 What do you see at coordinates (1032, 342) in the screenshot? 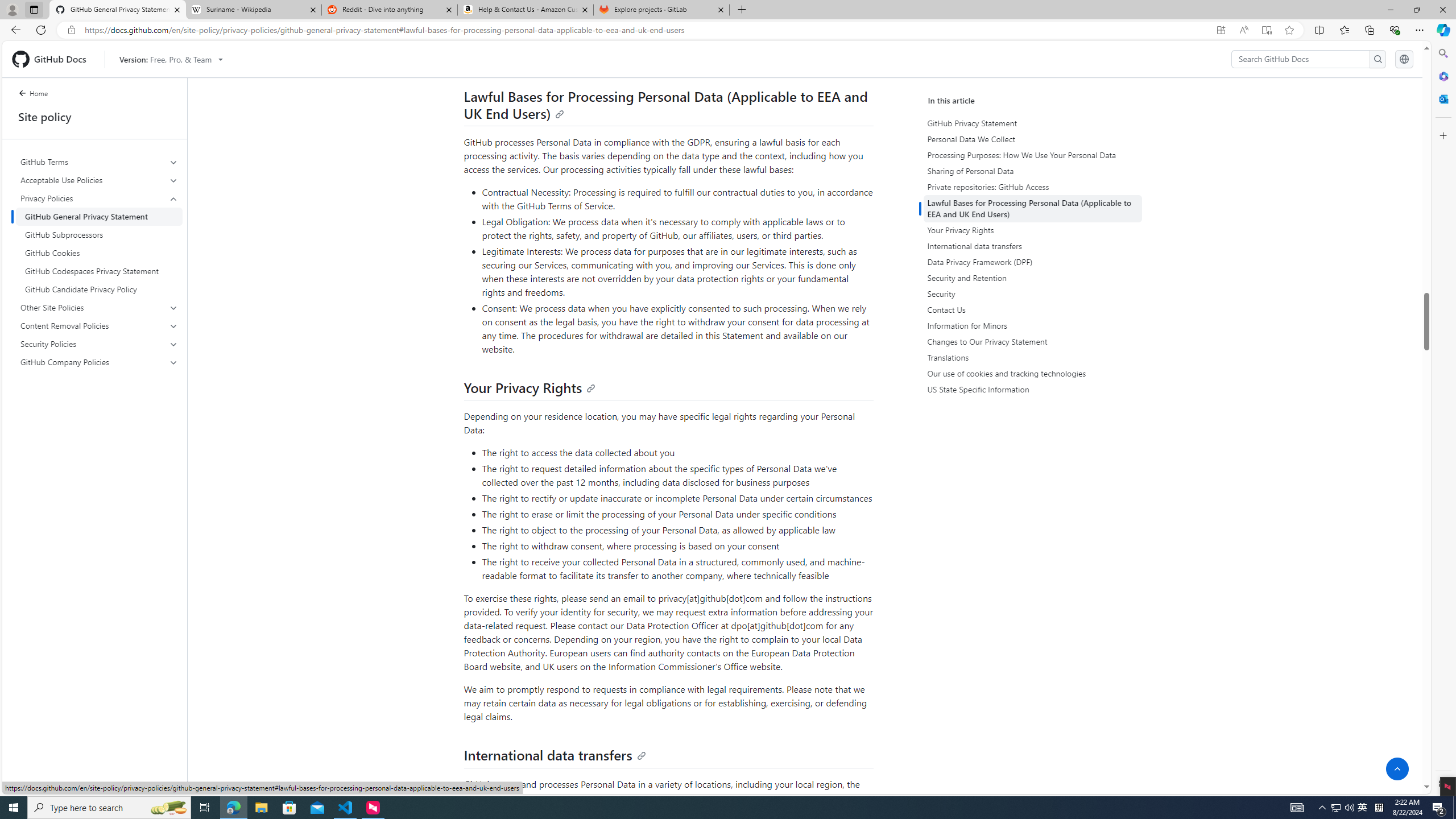
I see `'Changes to Our Privacy Statement'` at bounding box center [1032, 342].